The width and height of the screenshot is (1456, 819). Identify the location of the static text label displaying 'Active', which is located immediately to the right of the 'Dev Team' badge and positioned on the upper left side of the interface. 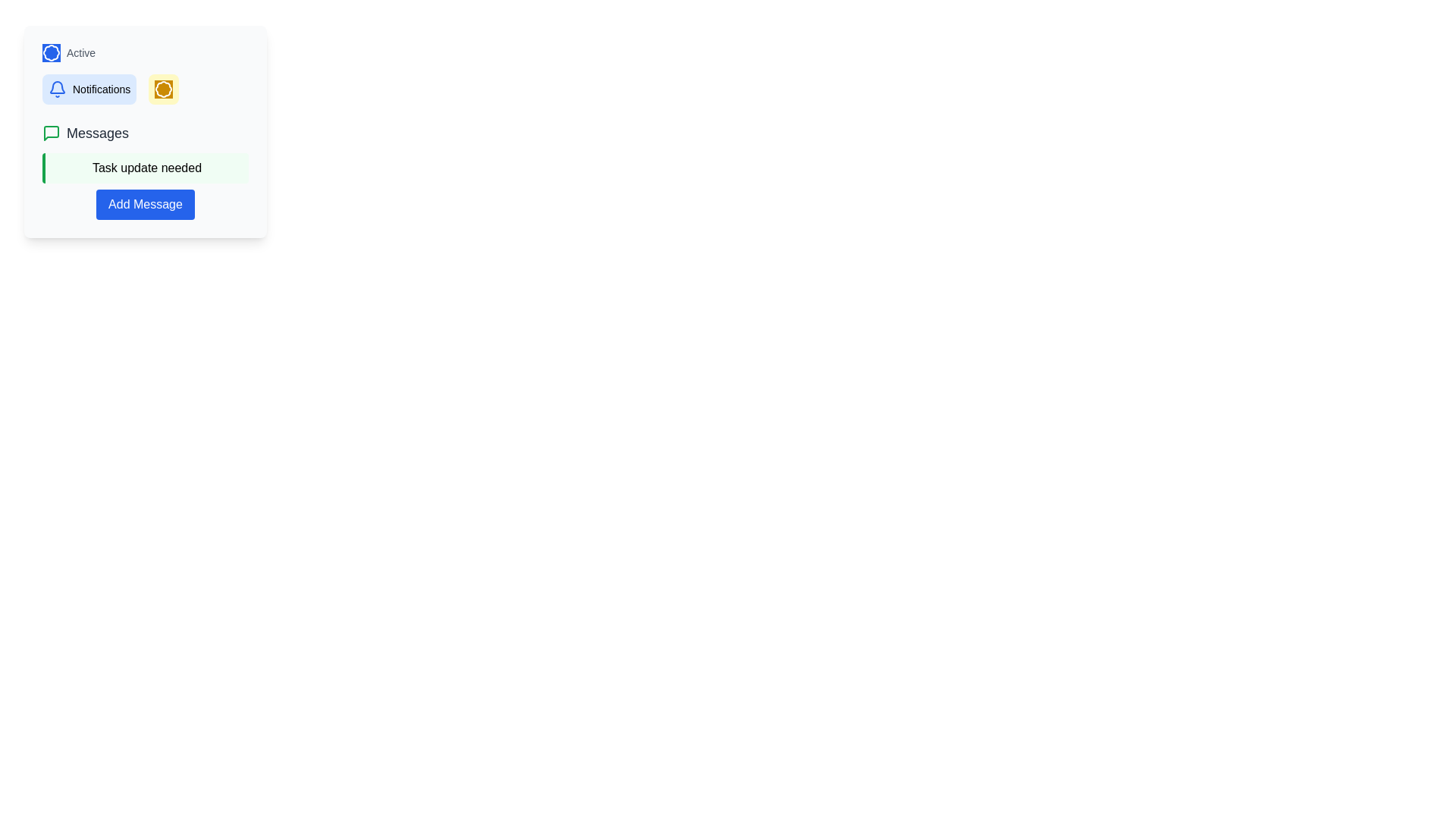
(80, 52).